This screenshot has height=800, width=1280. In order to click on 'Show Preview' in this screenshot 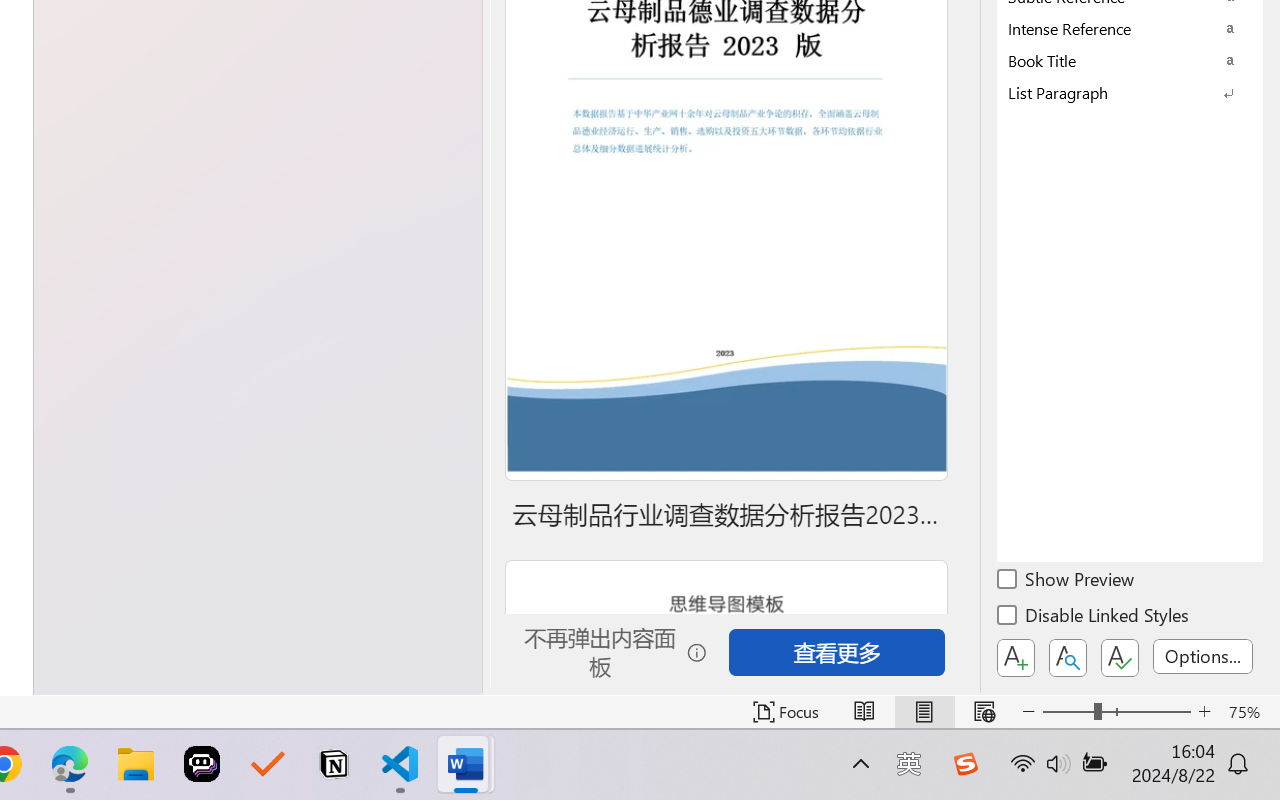, I will do `click(1066, 581)`.